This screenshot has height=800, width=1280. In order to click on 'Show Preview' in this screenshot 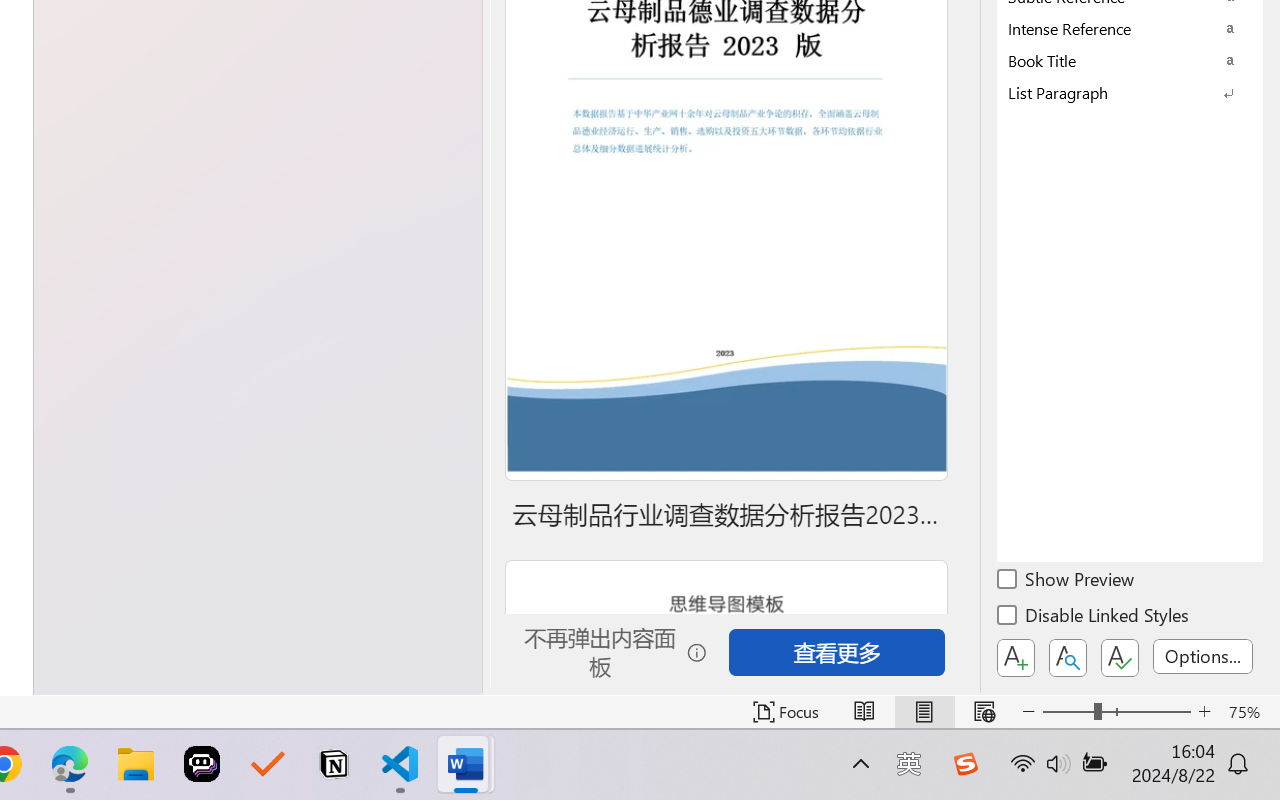, I will do `click(1066, 581)`.